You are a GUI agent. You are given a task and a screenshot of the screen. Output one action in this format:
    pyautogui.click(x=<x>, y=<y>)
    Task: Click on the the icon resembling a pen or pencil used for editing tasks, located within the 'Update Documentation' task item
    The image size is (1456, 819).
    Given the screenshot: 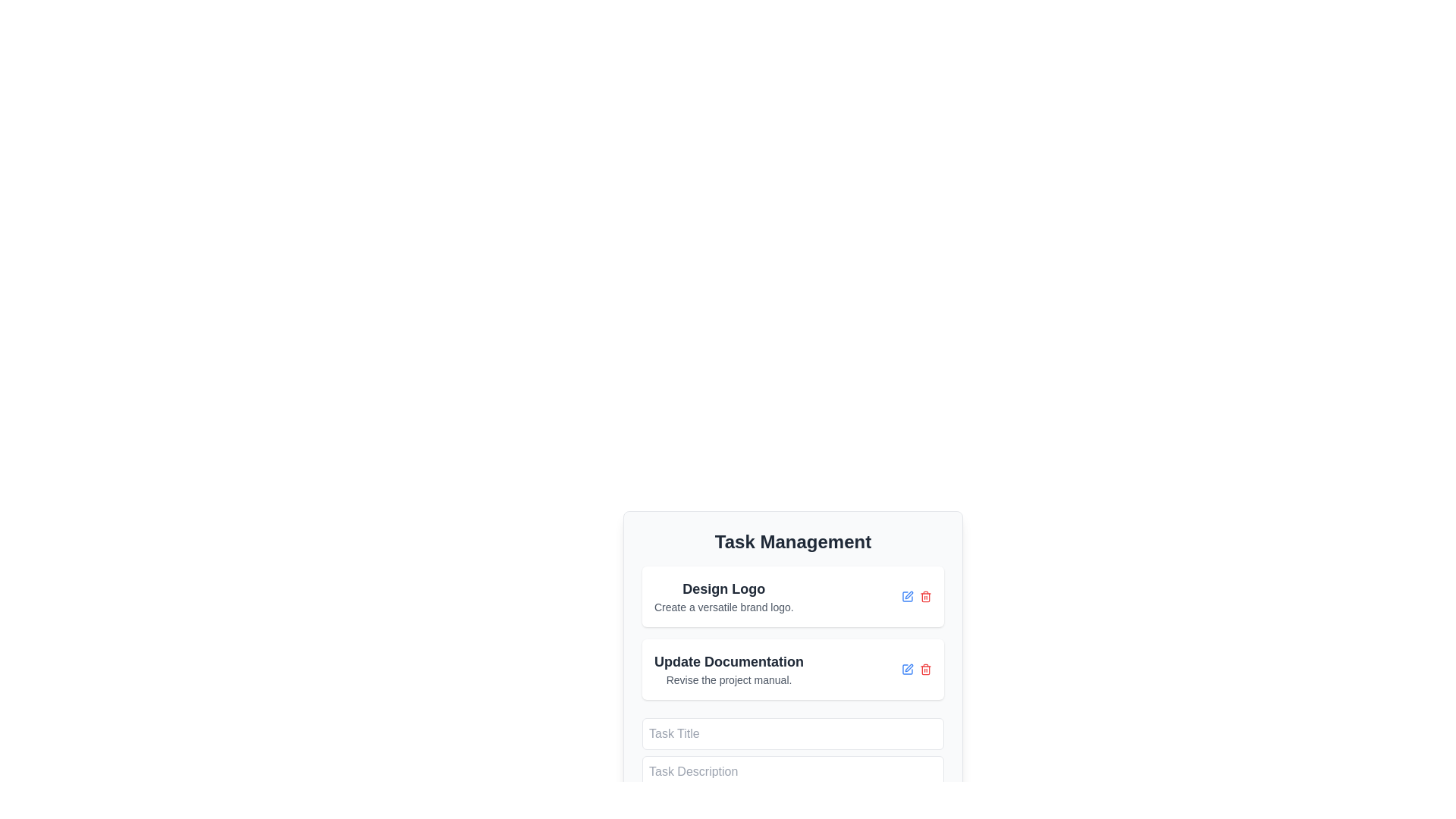 What is the action you would take?
    pyautogui.click(x=909, y=667)
    